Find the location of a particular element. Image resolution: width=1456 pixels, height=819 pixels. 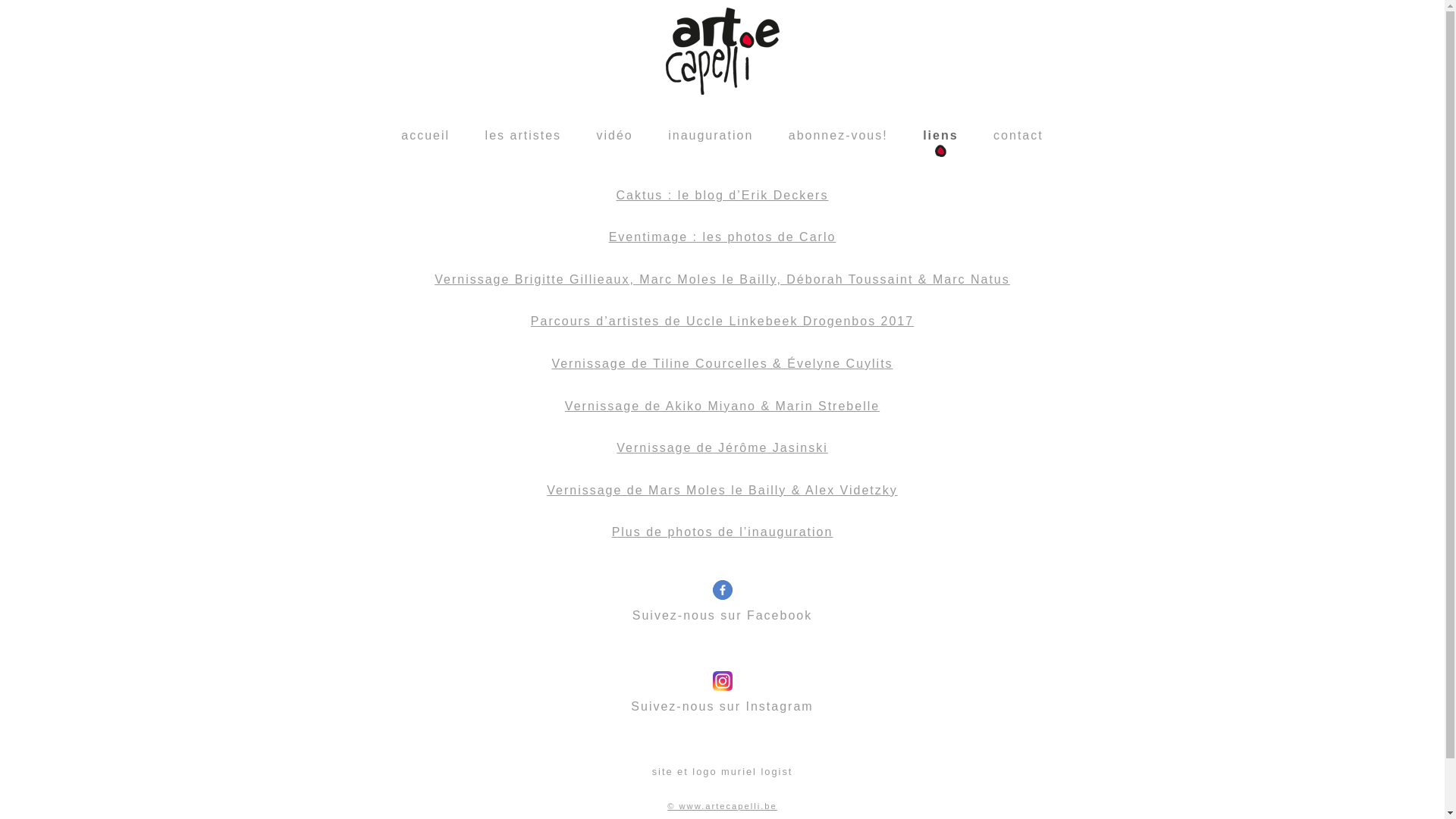

'abonnez-vous!' is located at coordinates (837, 134).